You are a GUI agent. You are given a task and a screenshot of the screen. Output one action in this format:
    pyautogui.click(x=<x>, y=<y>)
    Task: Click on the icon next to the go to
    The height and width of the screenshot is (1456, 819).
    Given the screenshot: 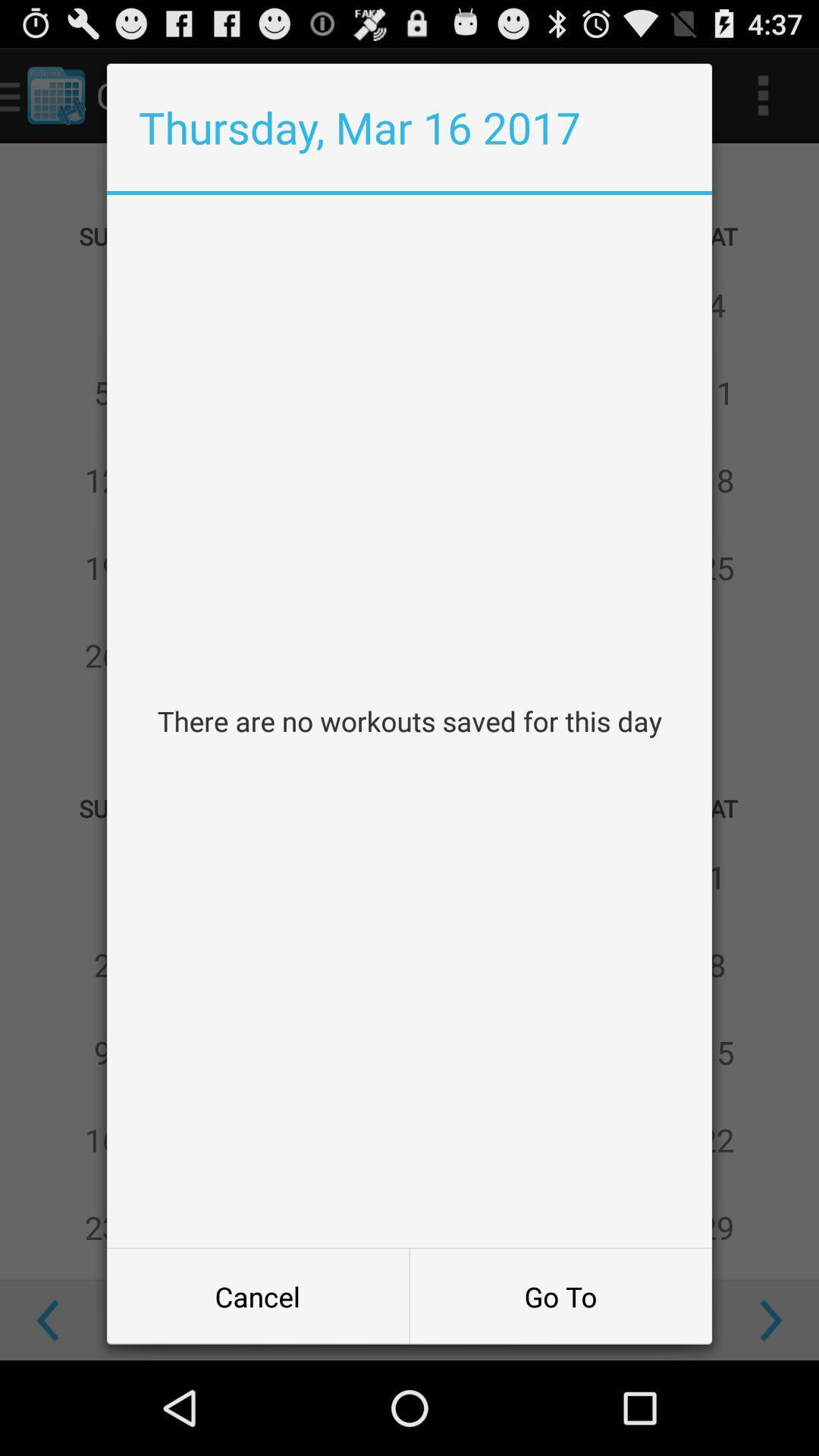 What is the action you would take?
    pyautogui.click(x=257, y=1295)
    